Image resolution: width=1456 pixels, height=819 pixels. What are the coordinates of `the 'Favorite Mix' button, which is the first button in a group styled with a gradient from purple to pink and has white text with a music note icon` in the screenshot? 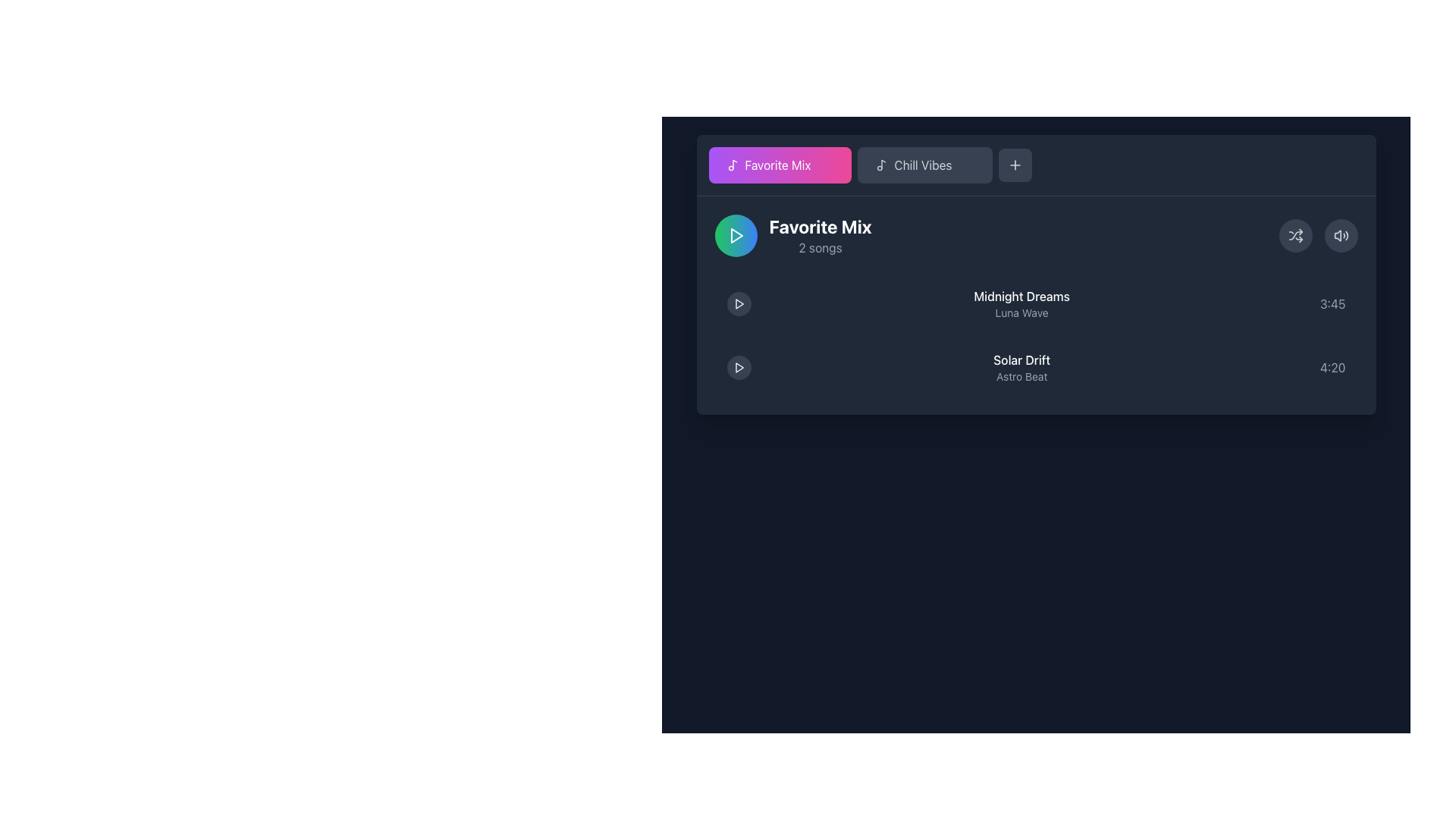 It's located at (780, 165).